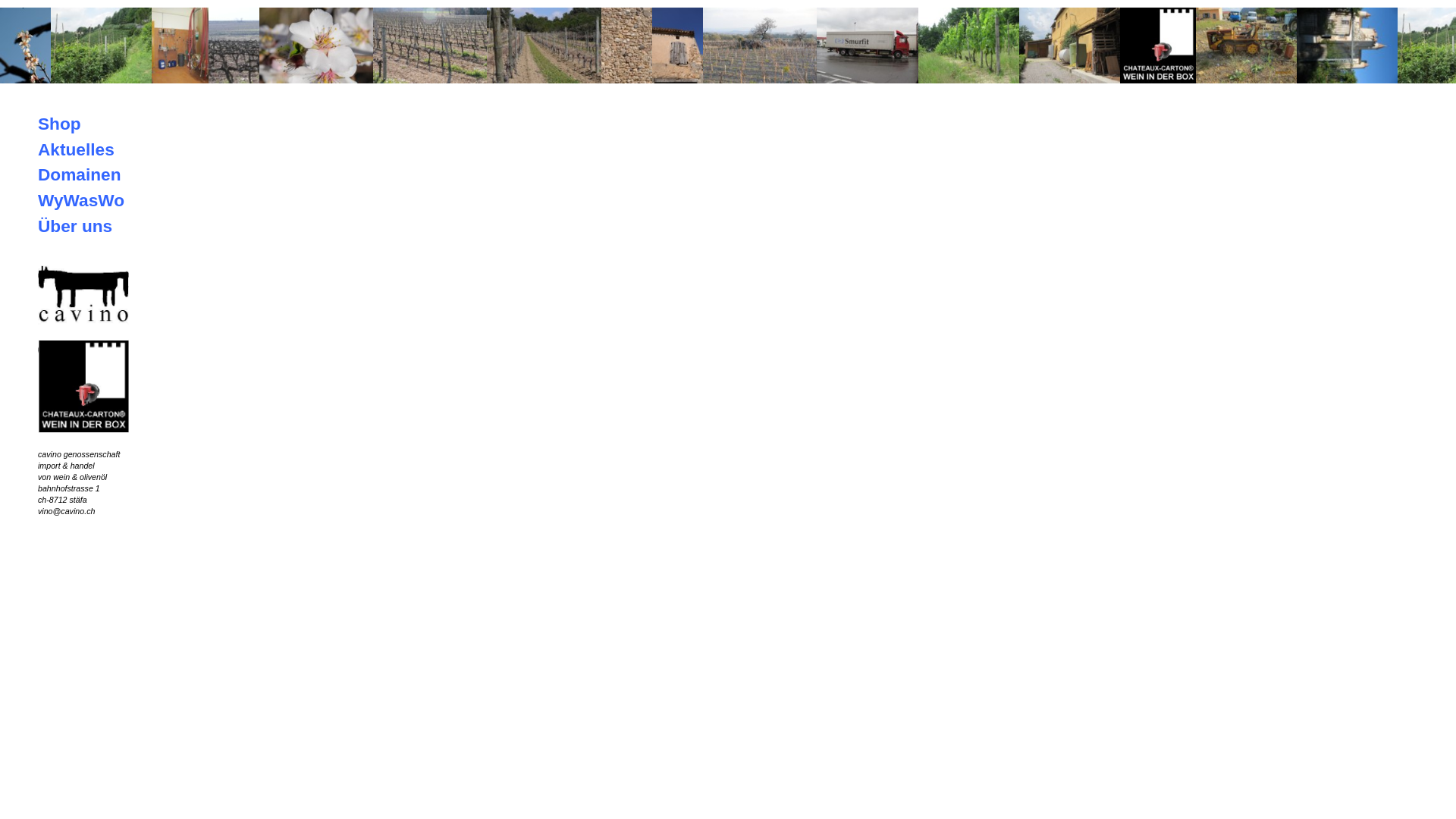  Describe the element at coordinates (80, 199) in the screenshot. I see `'WyWasWo'` at that location.